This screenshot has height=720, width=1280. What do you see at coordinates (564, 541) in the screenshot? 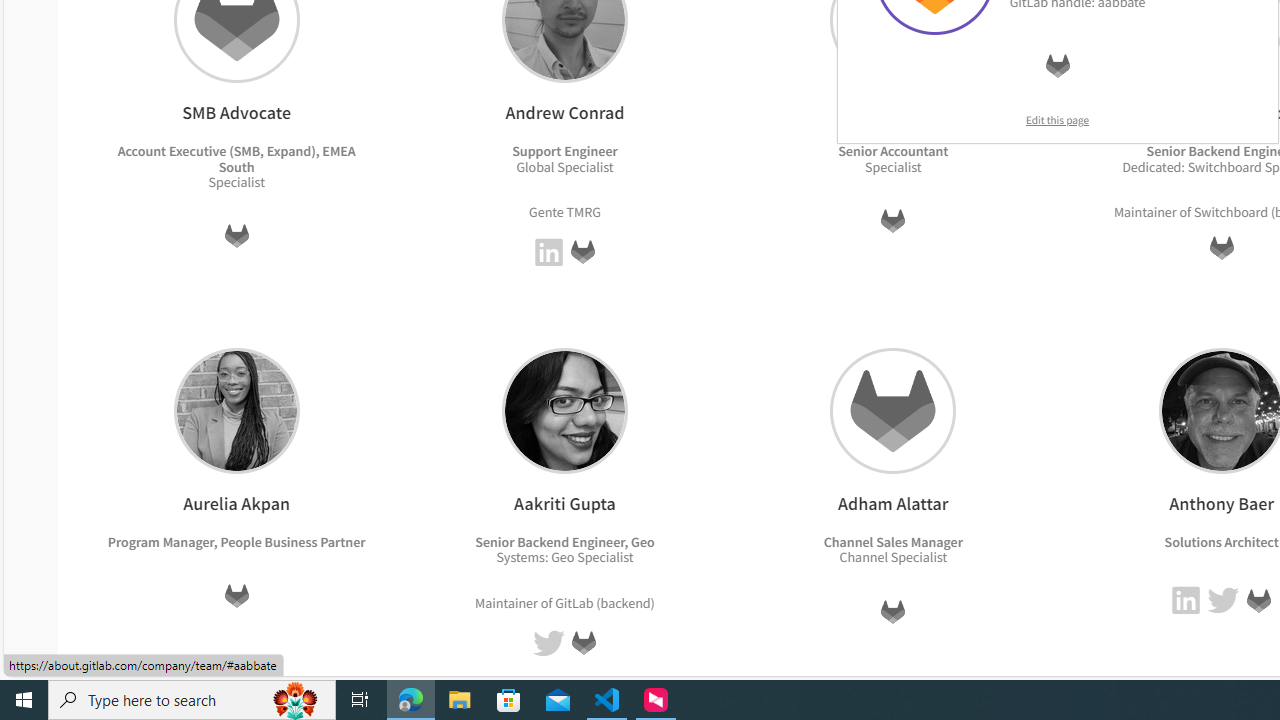
I see `'Senior Backend Engineer, Geo'` at bounding box center [564, 541].